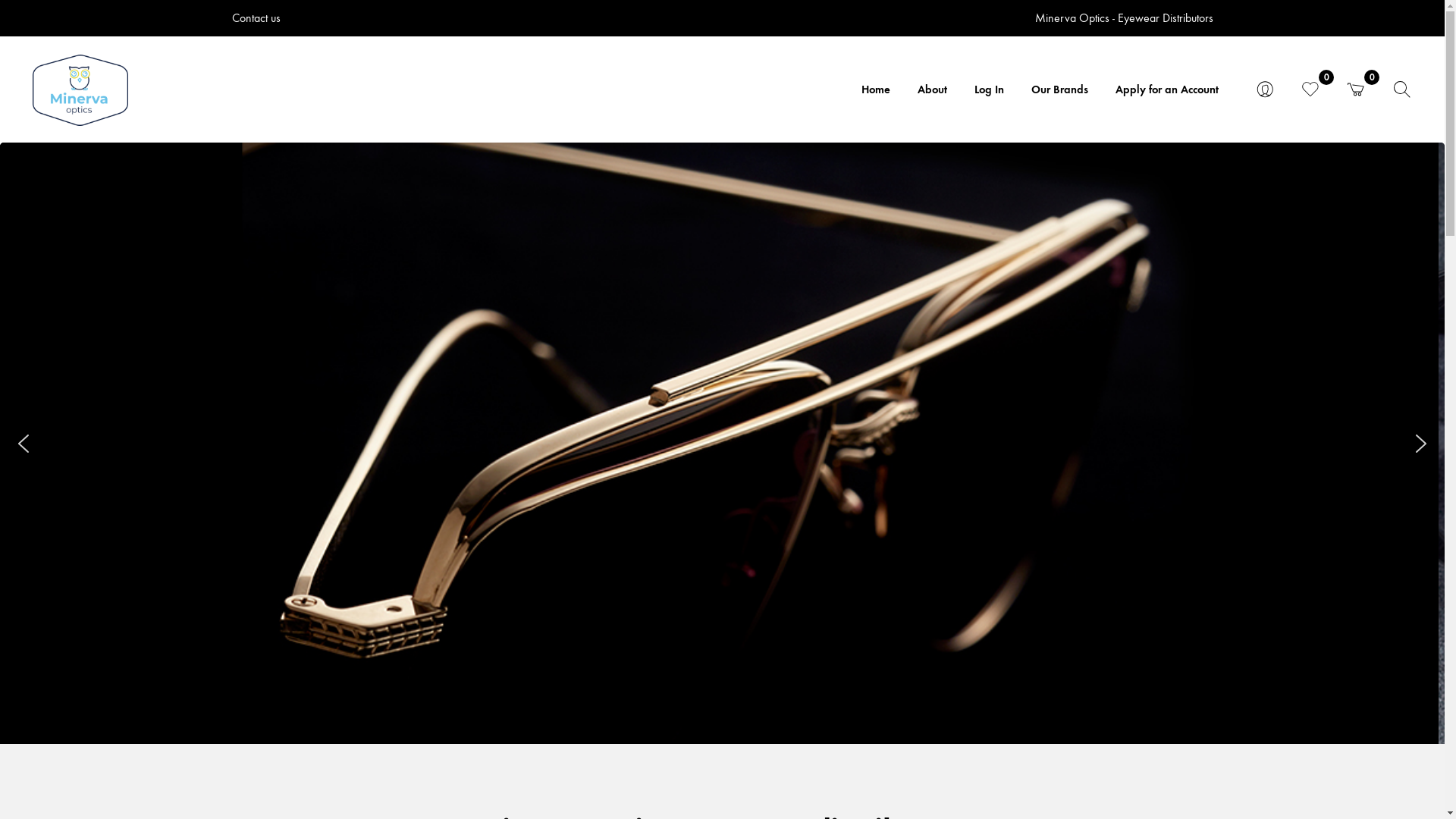 This screenshot has width=1456, height=819. I want to click on 'Home', so click(876, 90).